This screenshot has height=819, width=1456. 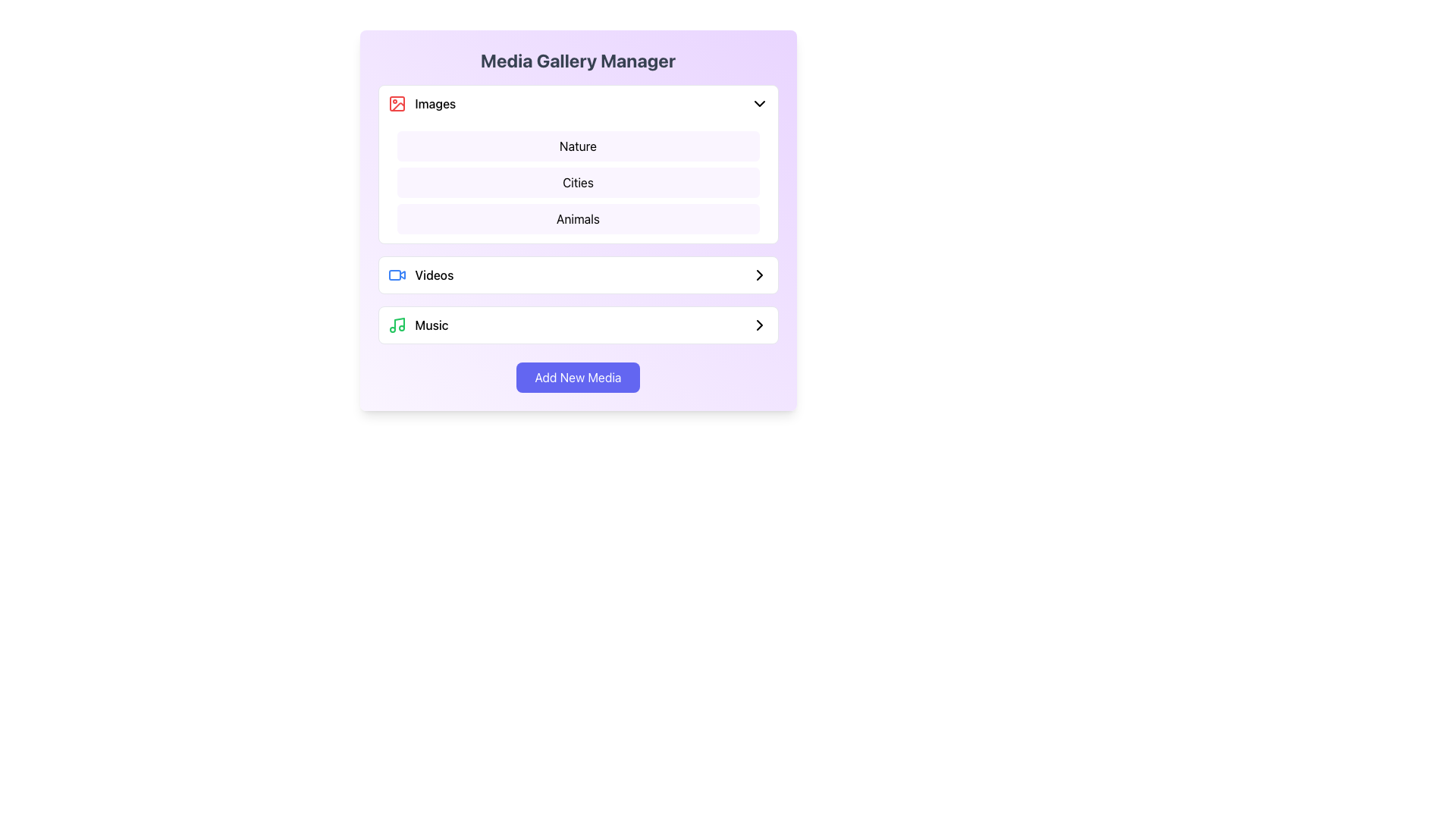 What do you see at coordinates (399, 323) in the screenshot?
I see `the primary vertical line of the musical note icon in the 'Music' section of the 'Media Gallery Manager' interface` at bounding box center [399, 323].